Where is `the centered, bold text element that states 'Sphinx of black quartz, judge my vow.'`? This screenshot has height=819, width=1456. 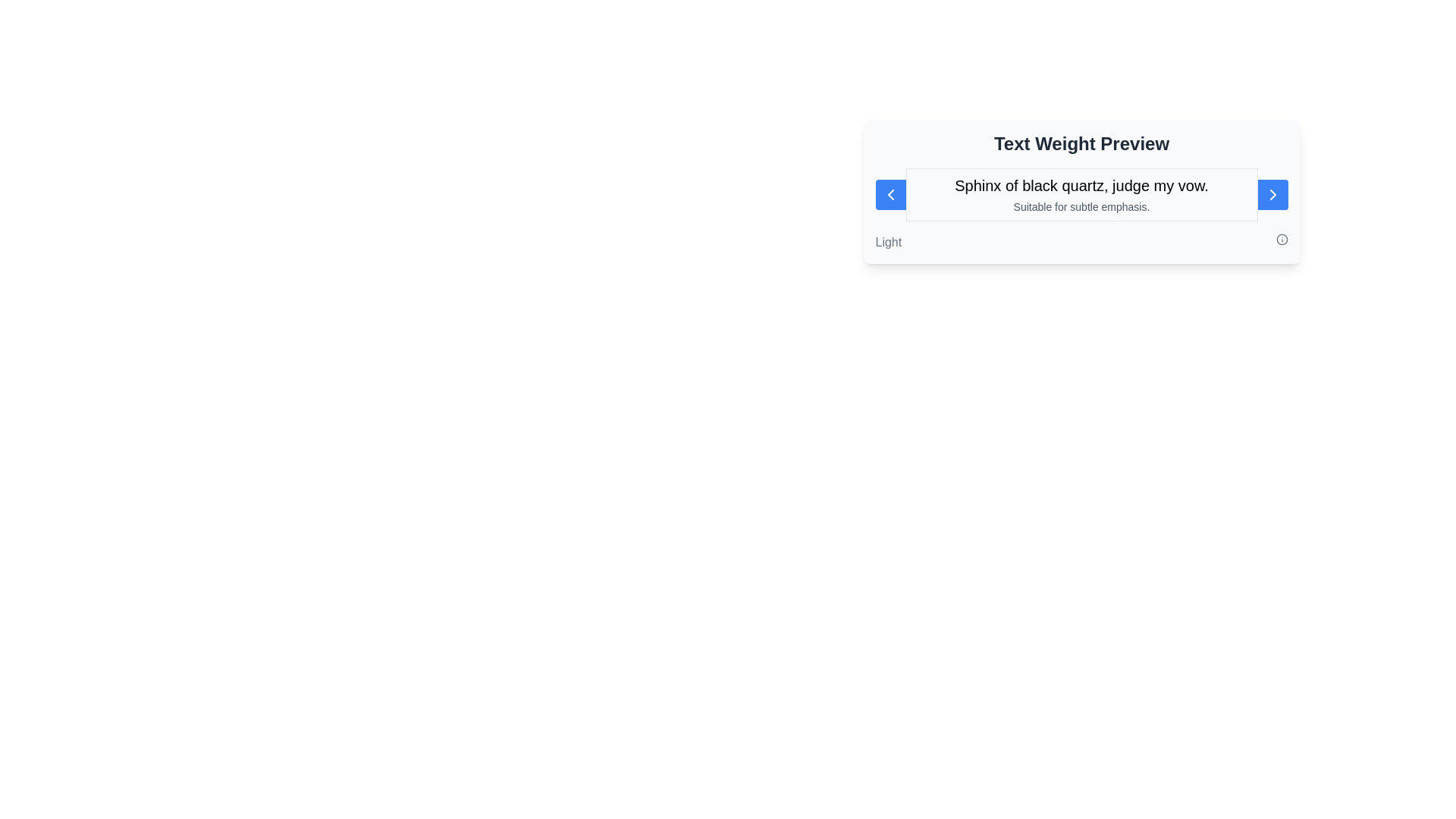
the centered, bold text element that states 'Sphinx of black quartz, judge my vow.' is located at coordinates (1081, 185).